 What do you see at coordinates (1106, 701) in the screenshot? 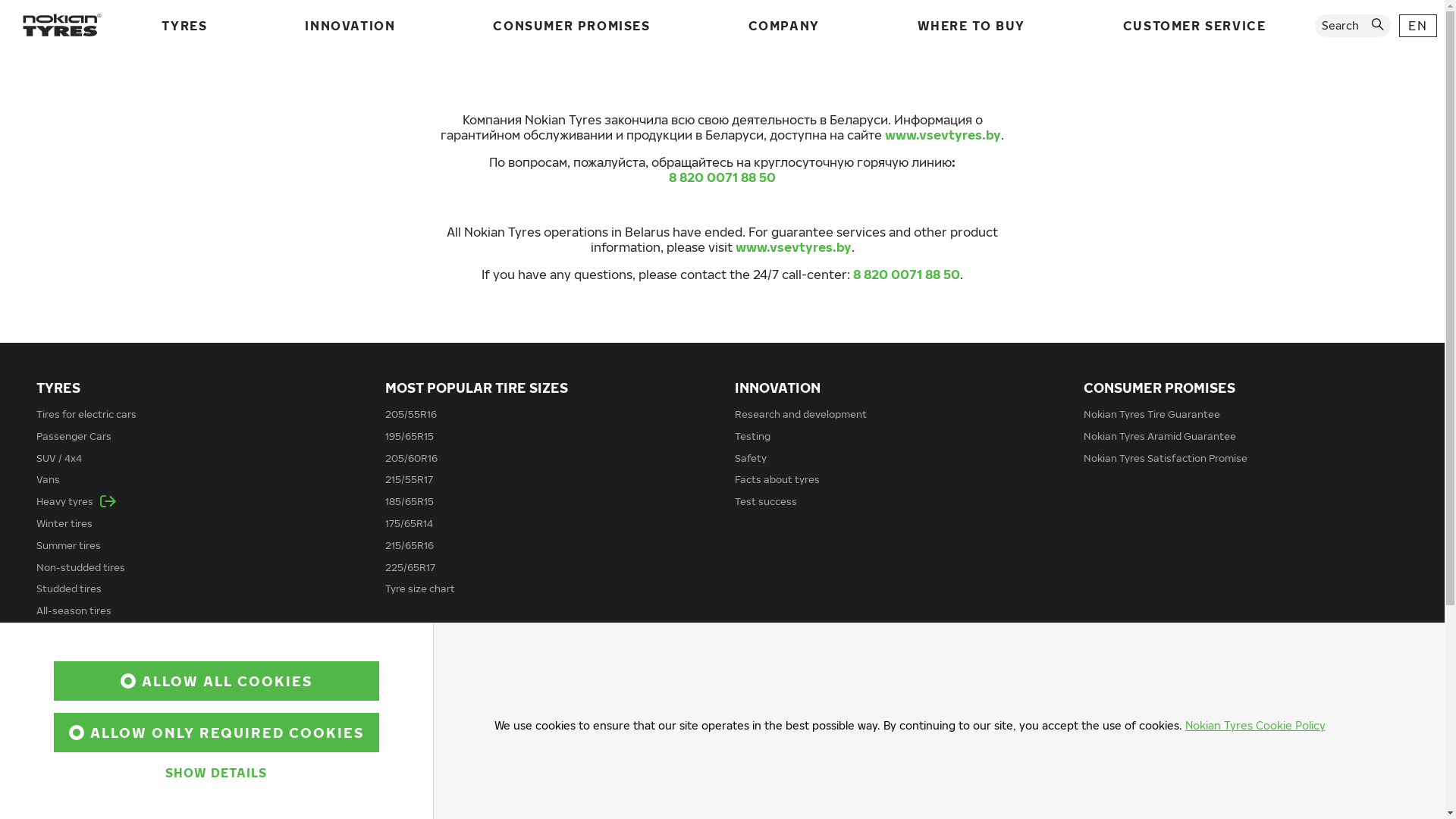
I see `'Feedback'` at bounding box center [1106, 701].